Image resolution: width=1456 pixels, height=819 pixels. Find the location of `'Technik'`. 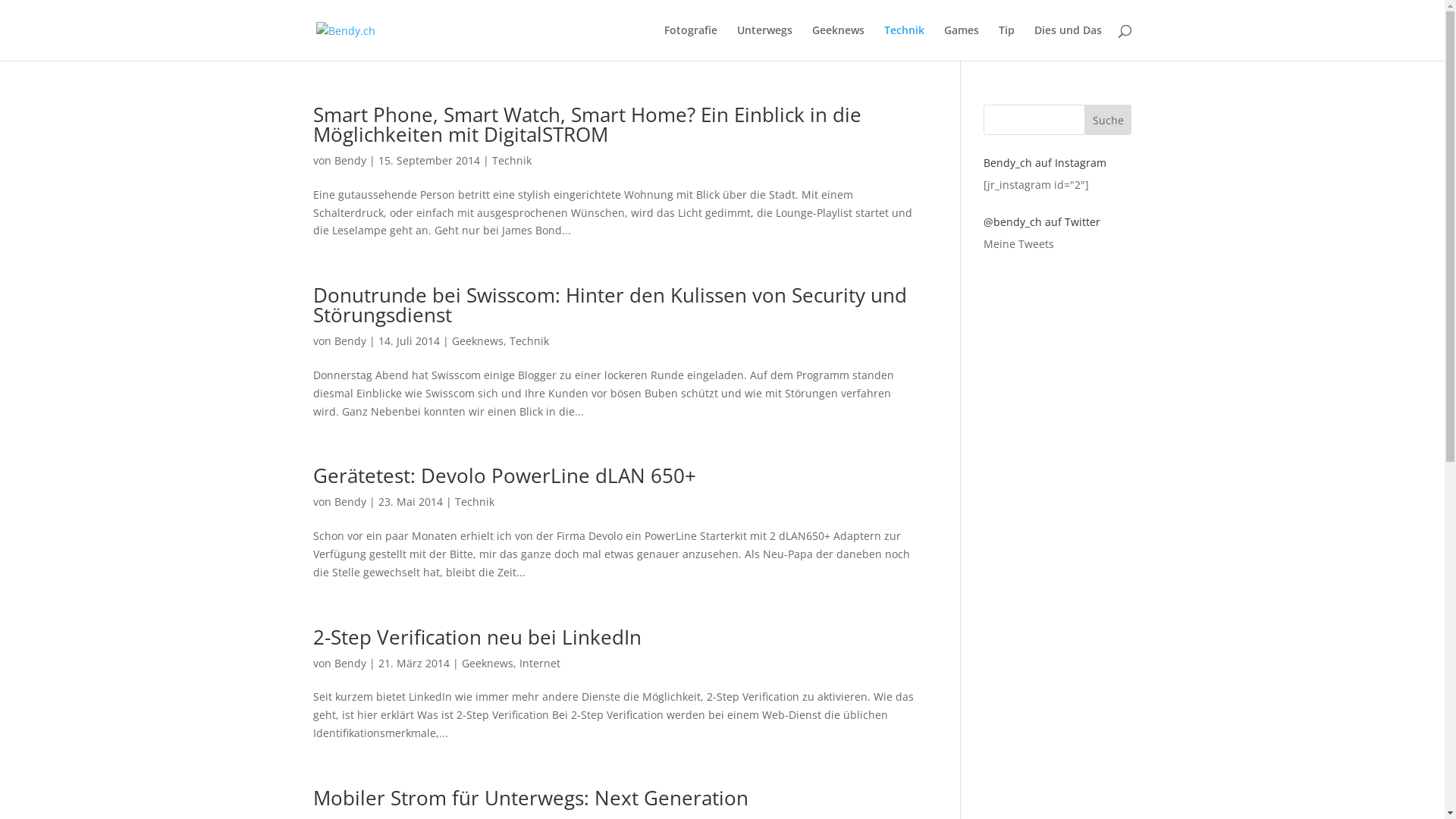

'Technik' is located at coordinates (904, 42).